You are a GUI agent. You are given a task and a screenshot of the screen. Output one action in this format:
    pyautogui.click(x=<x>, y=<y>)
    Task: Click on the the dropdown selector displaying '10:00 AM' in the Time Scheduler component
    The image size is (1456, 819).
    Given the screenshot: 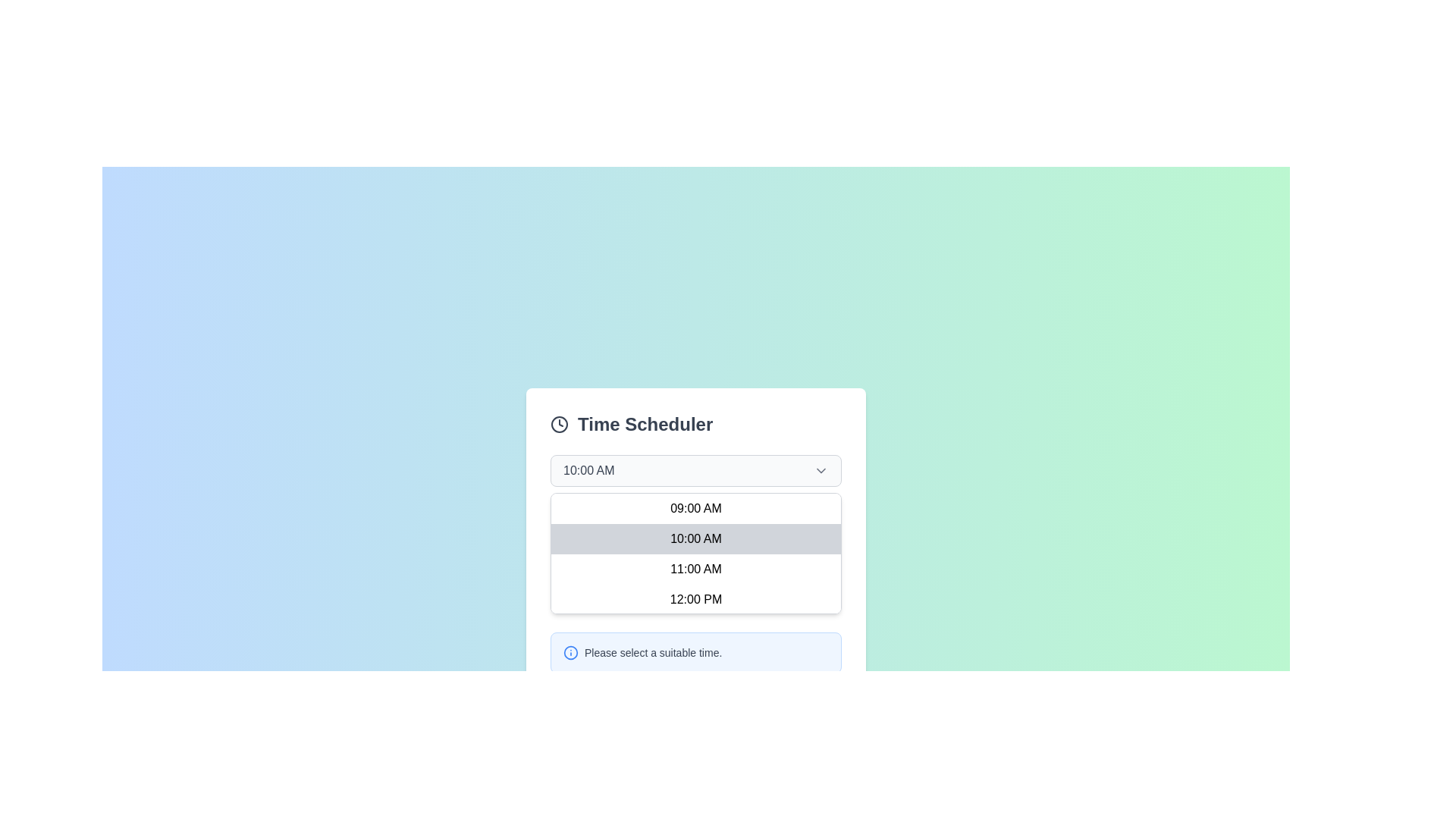 What is the action you would take?
    pyautogui.click(x=695, y=470)
    